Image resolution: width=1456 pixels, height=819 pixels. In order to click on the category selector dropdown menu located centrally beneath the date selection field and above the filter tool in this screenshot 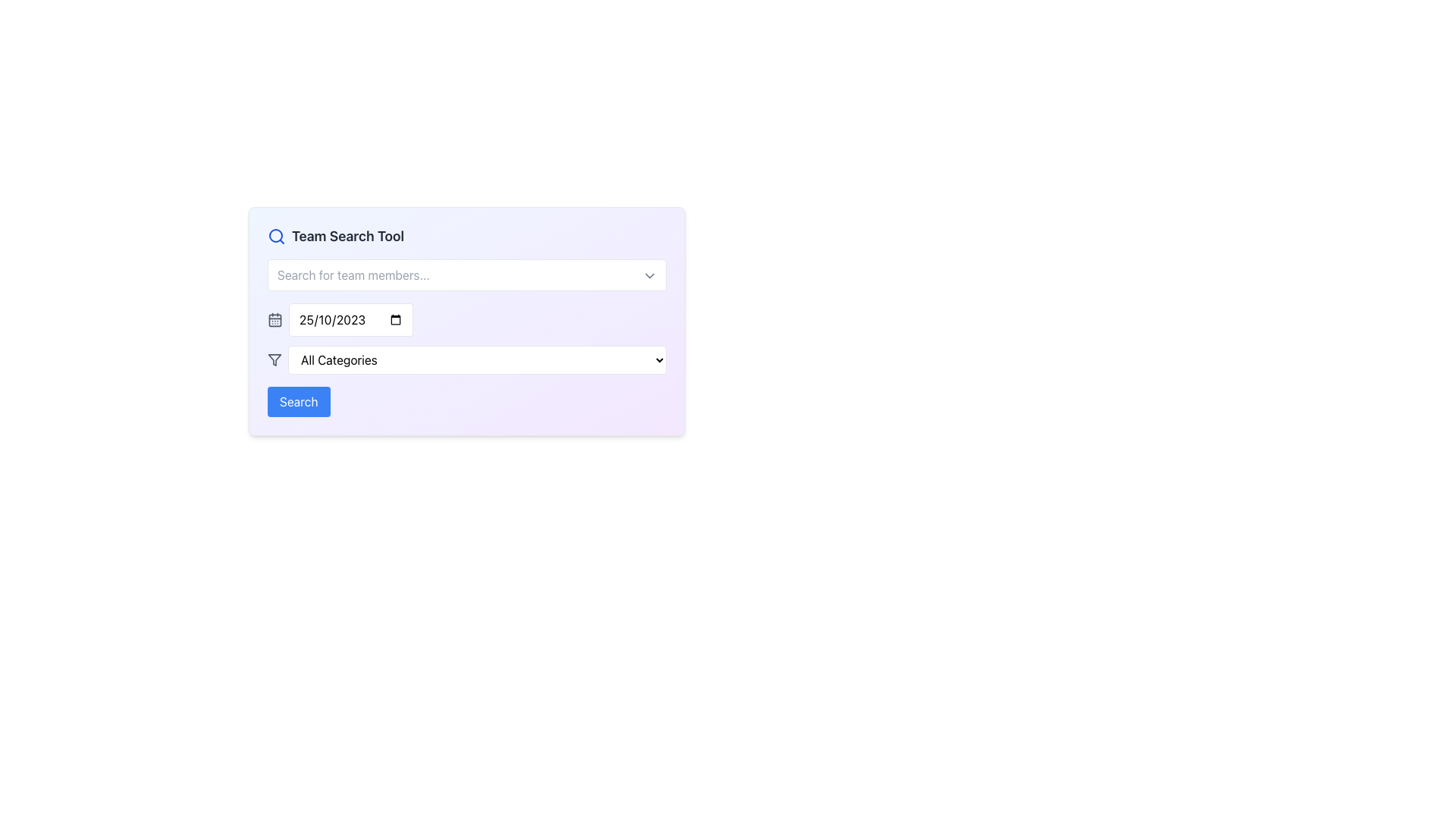, I will do `click(466, 338)`.